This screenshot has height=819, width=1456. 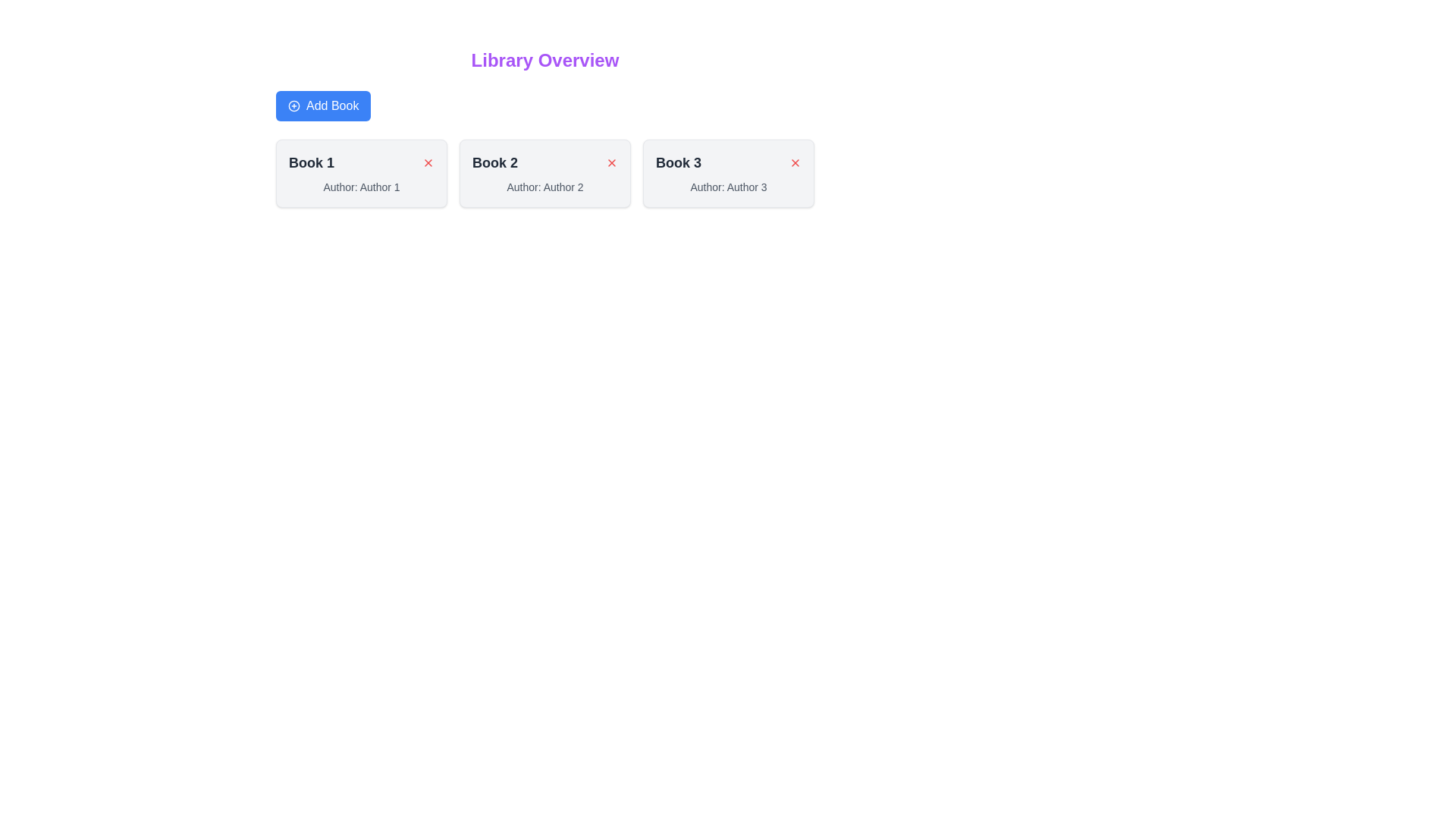 I want to click on the 'Add New Book' button located beneath the 'Library Overview' title, so click(x=322, y=105).